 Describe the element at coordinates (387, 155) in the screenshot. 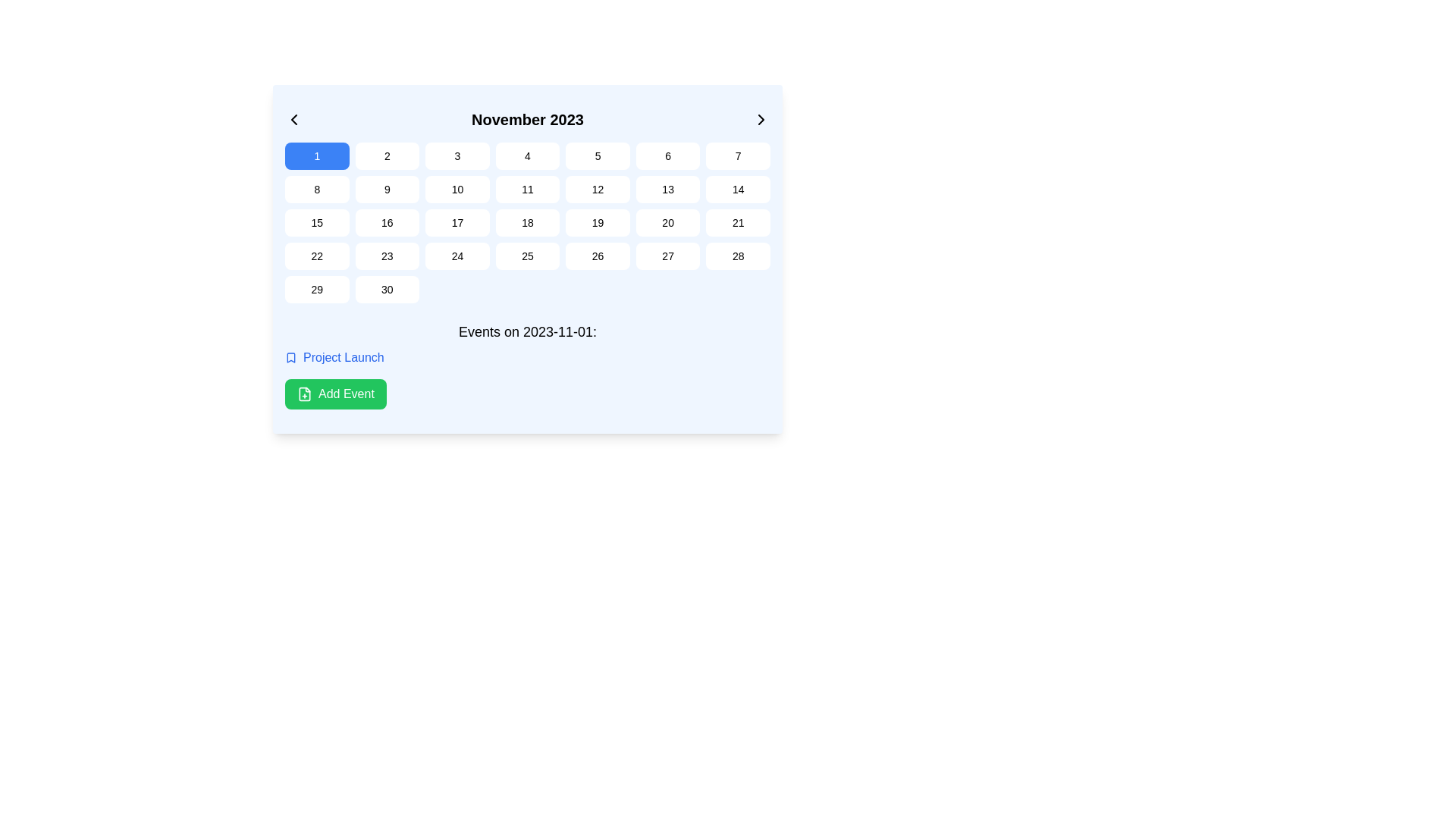

I see `the button labeled '2' in the calendar layout` at that location.